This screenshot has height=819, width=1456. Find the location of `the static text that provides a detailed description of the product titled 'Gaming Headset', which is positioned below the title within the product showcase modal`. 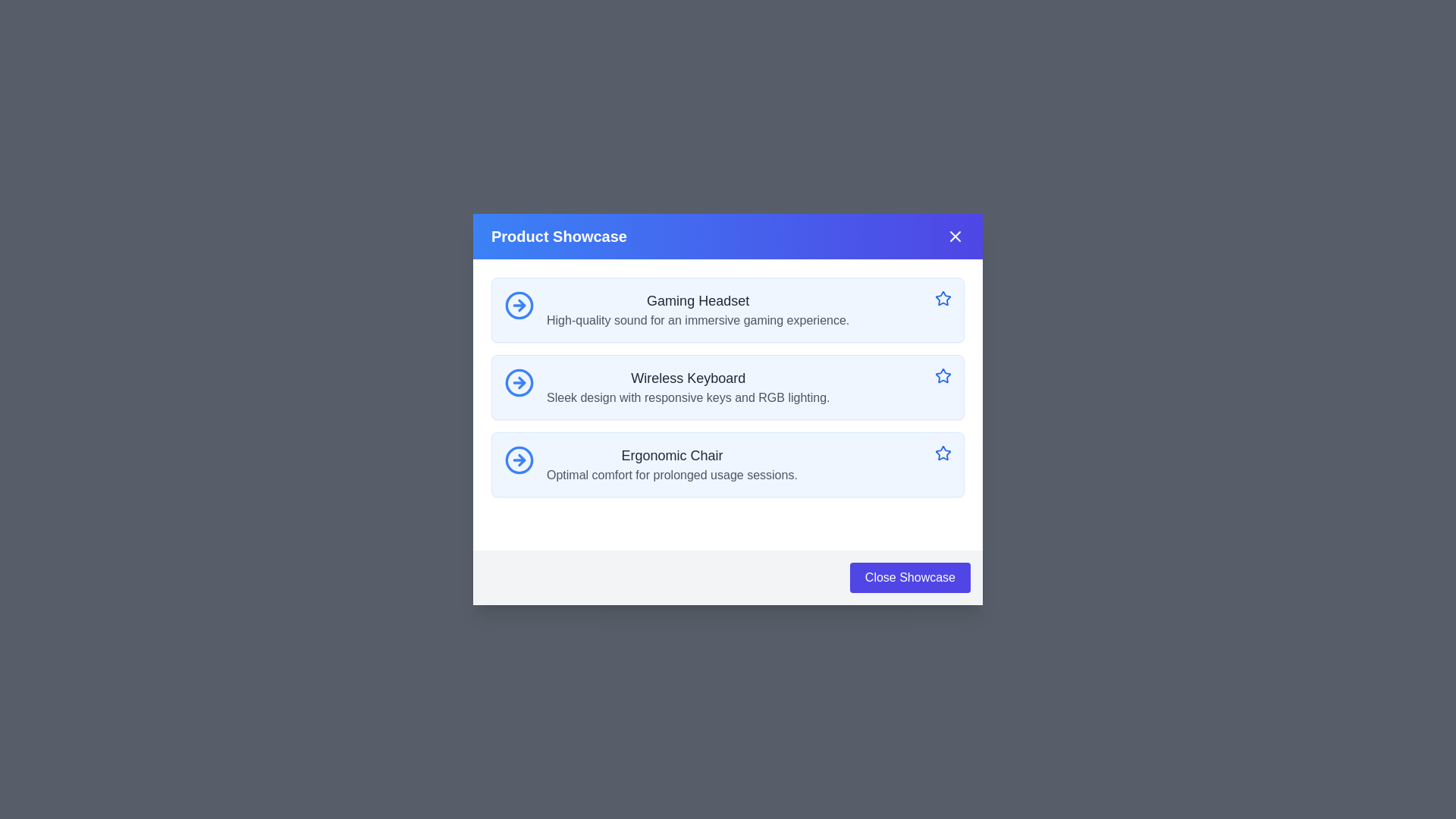

the static text that provides a detailed description of the product titled 'Gaming Headset', which is positioned below the title within the product showcase modal is located at coordinates (697, 320).